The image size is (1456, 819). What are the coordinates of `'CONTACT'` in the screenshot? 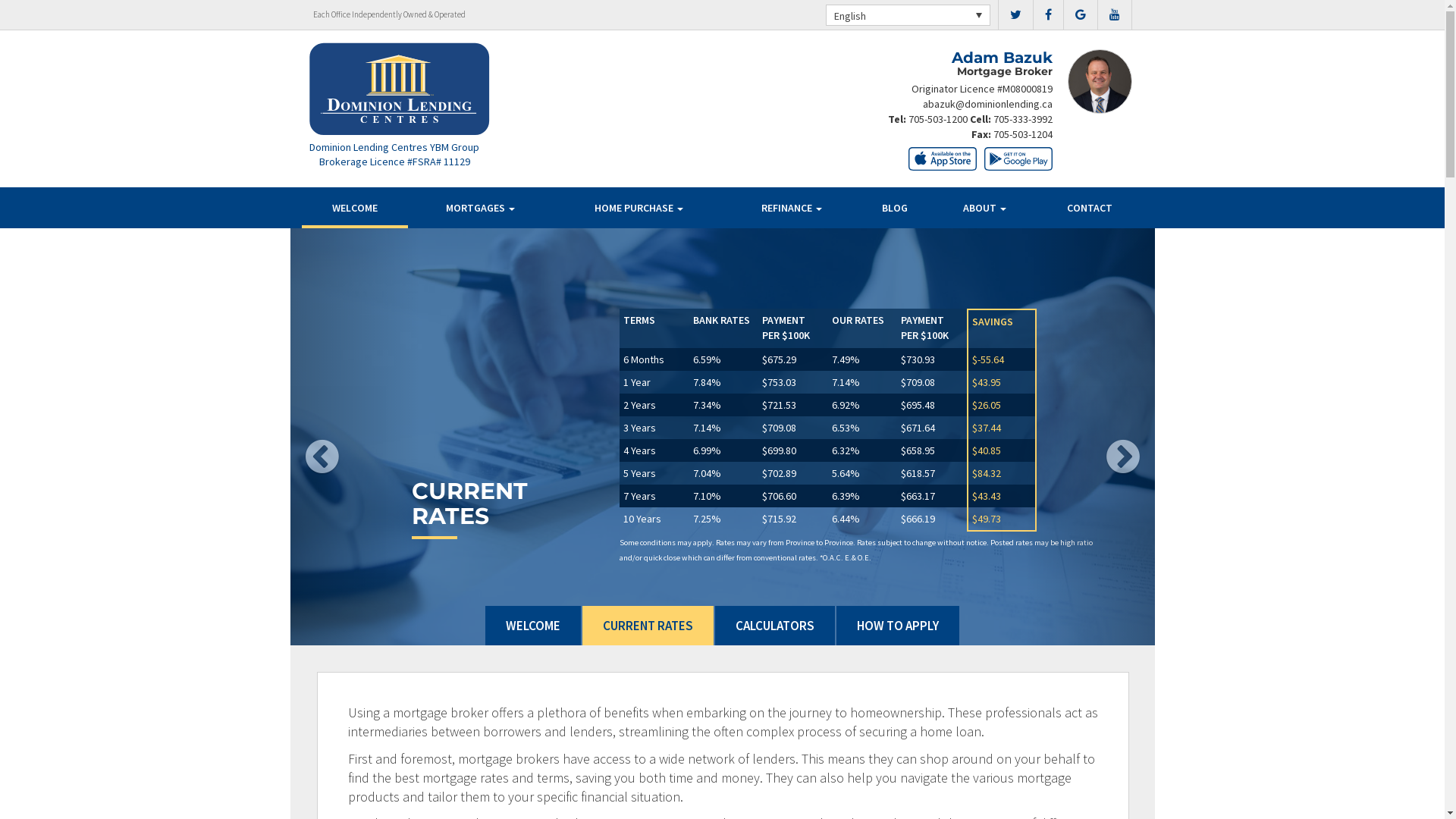 It's located at (1089, 207).